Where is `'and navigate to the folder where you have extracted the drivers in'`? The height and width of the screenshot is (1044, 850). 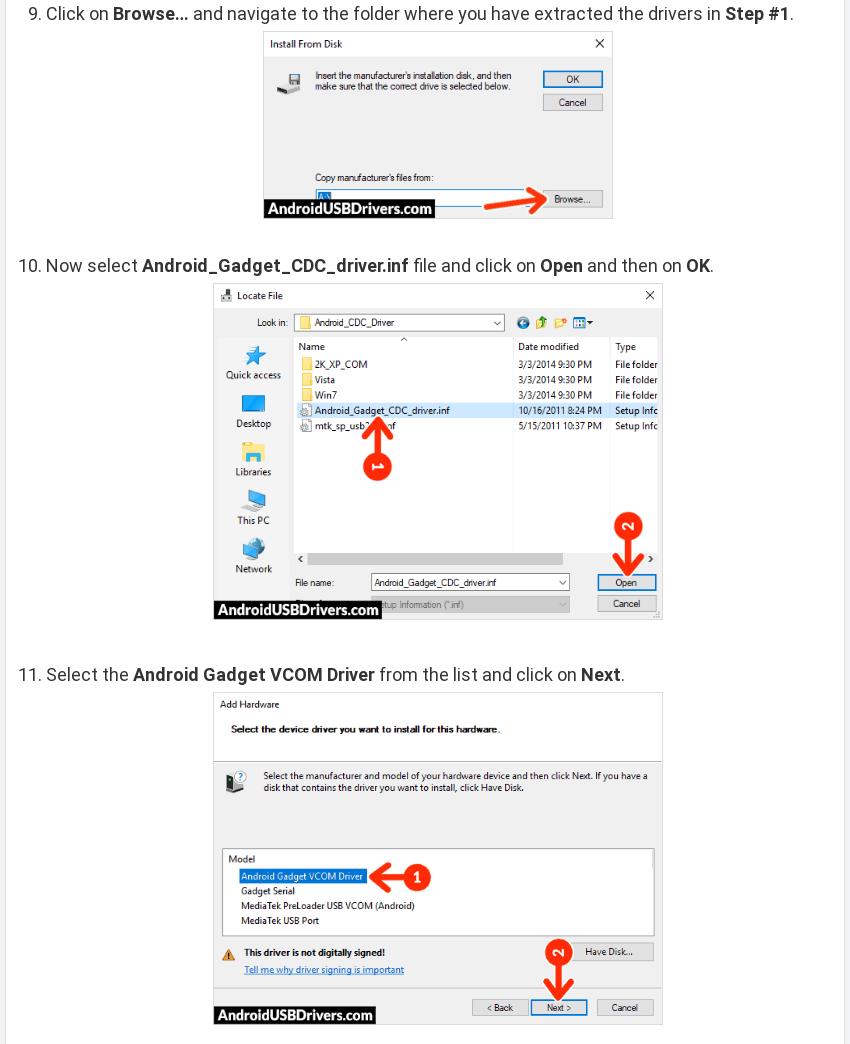
'and navigate to the folder where you have extracted the drivers in' is located at coordinates (455, 12).